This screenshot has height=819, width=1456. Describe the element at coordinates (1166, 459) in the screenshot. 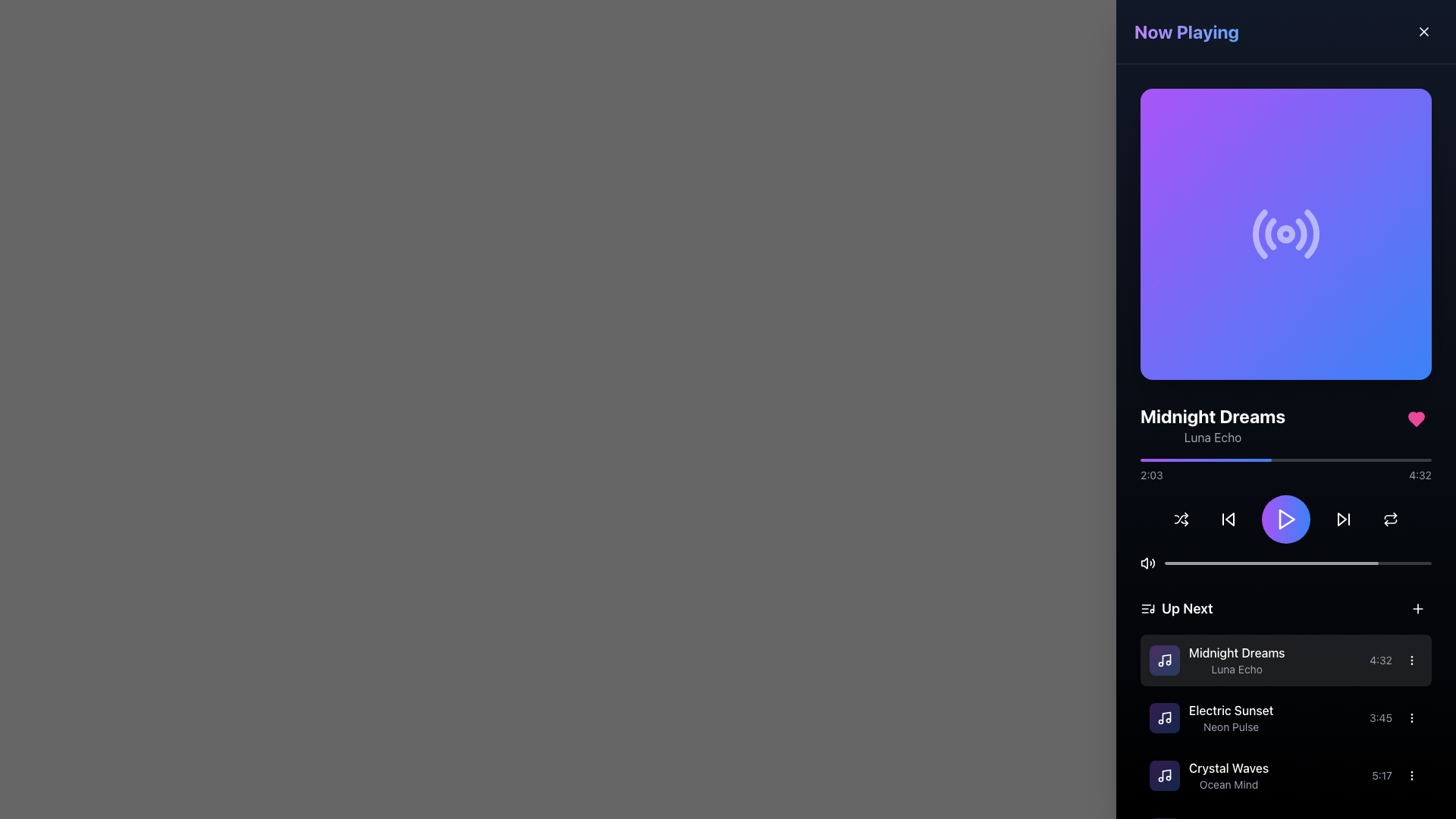

I see `the progress bar` at that location.